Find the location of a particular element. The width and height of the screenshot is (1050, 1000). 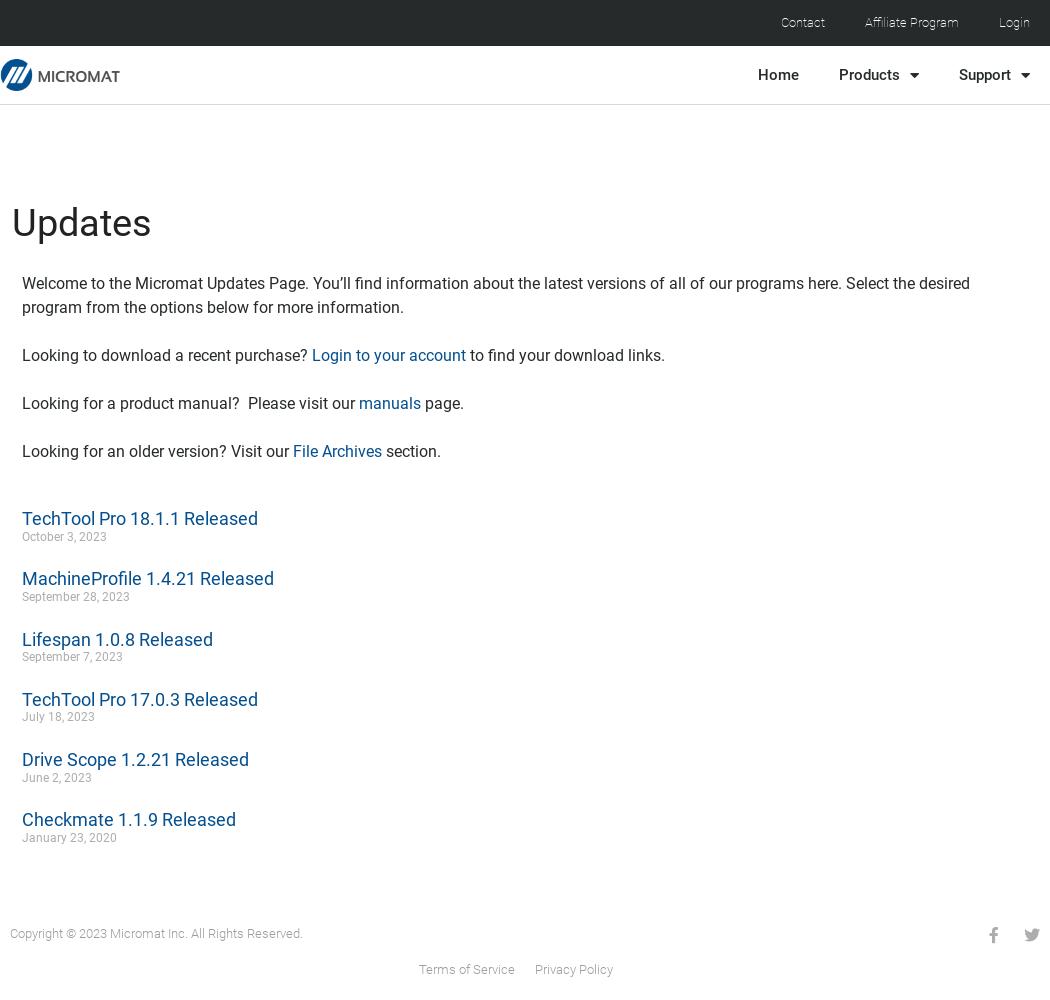

'Updates' is located at coordinates (82, 222).